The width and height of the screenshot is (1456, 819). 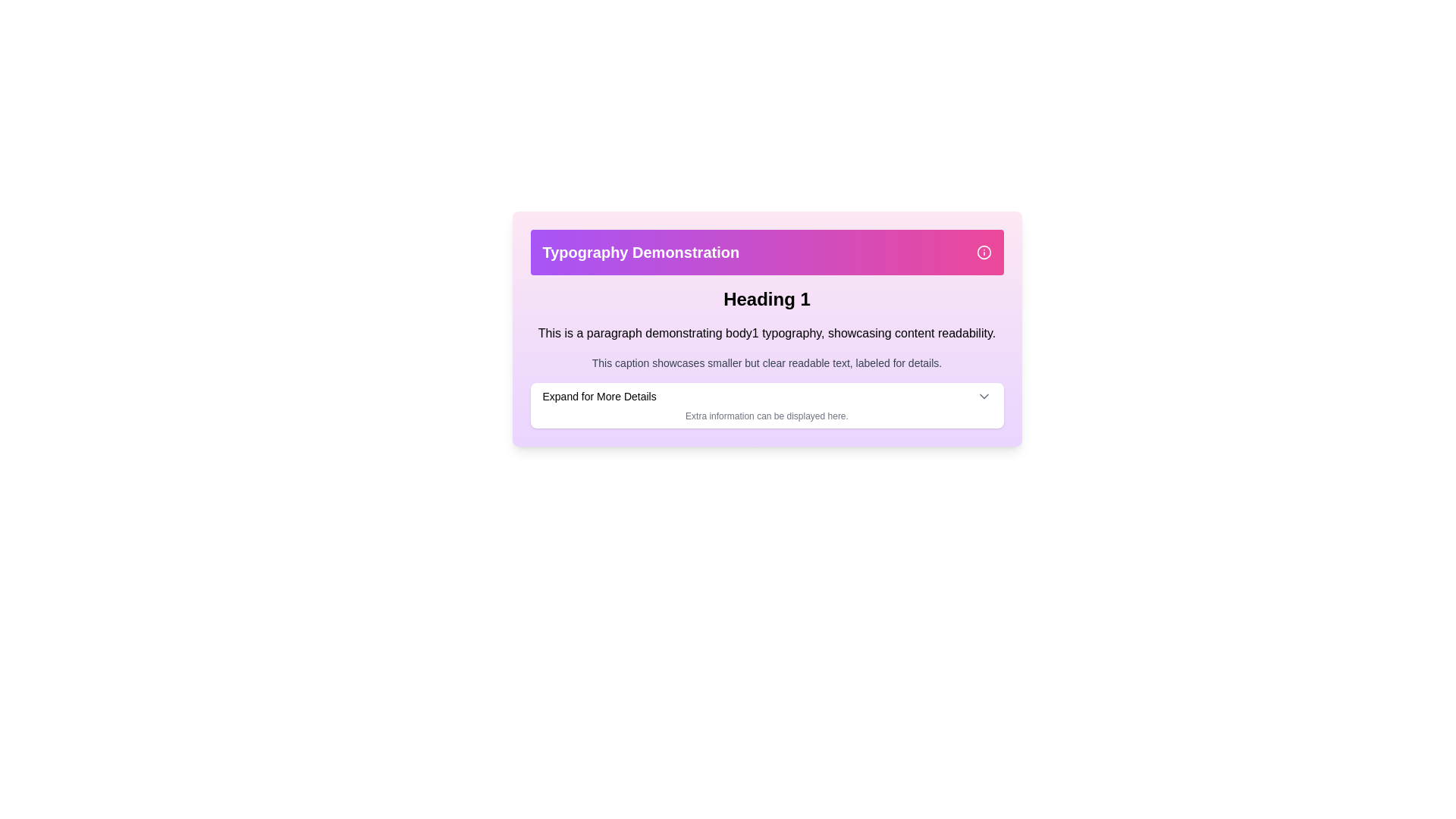 What do you see at coordinates (641, 251) in the screenshot?
I see `the Text label displaying 'Typography Demonstration', which is styled in bold, large white font on a gradient background` at bounding box center [641, 251].